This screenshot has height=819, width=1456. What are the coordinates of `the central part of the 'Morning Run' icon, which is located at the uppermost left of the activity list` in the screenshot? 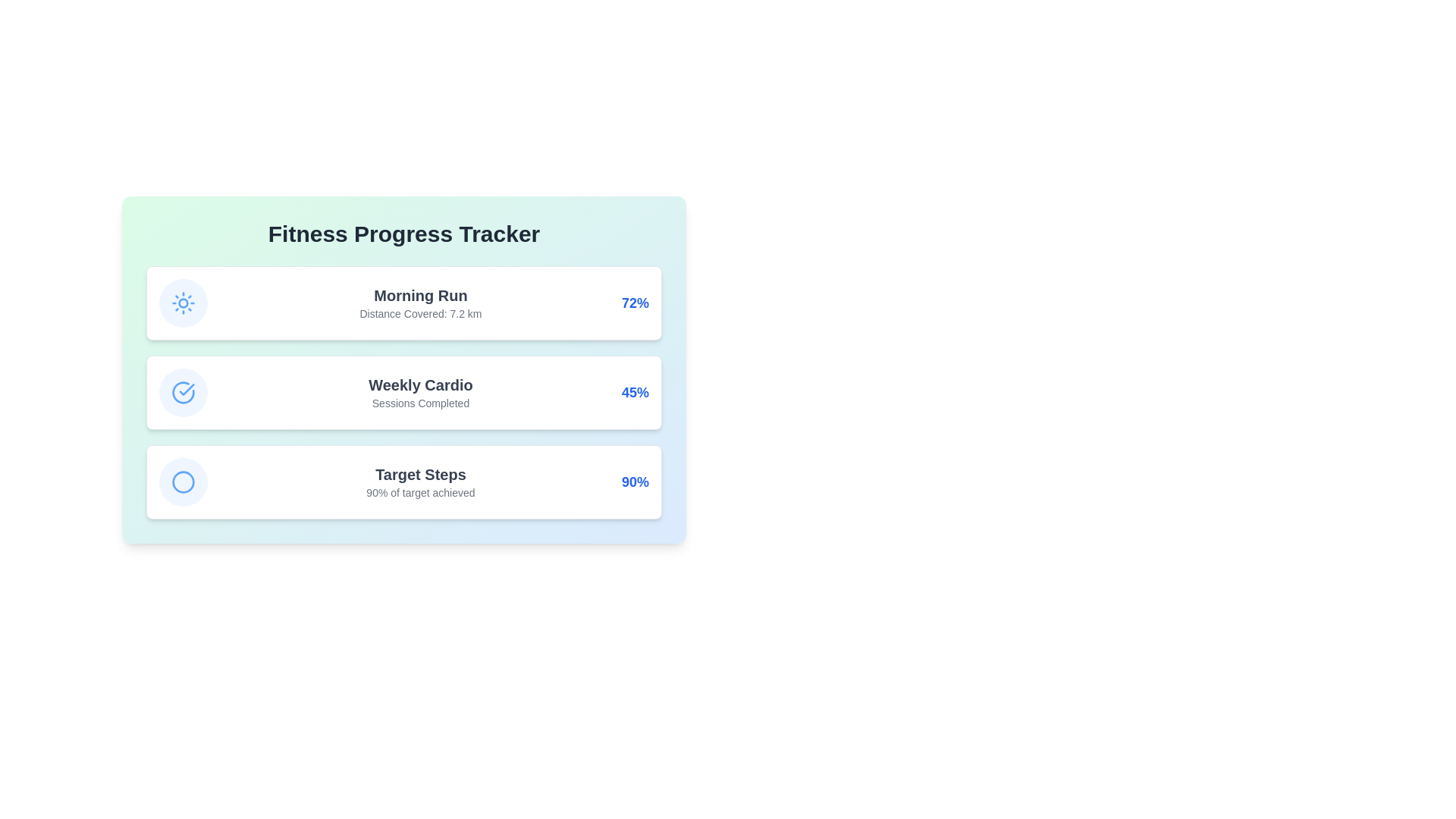 It's located at (182, 303).